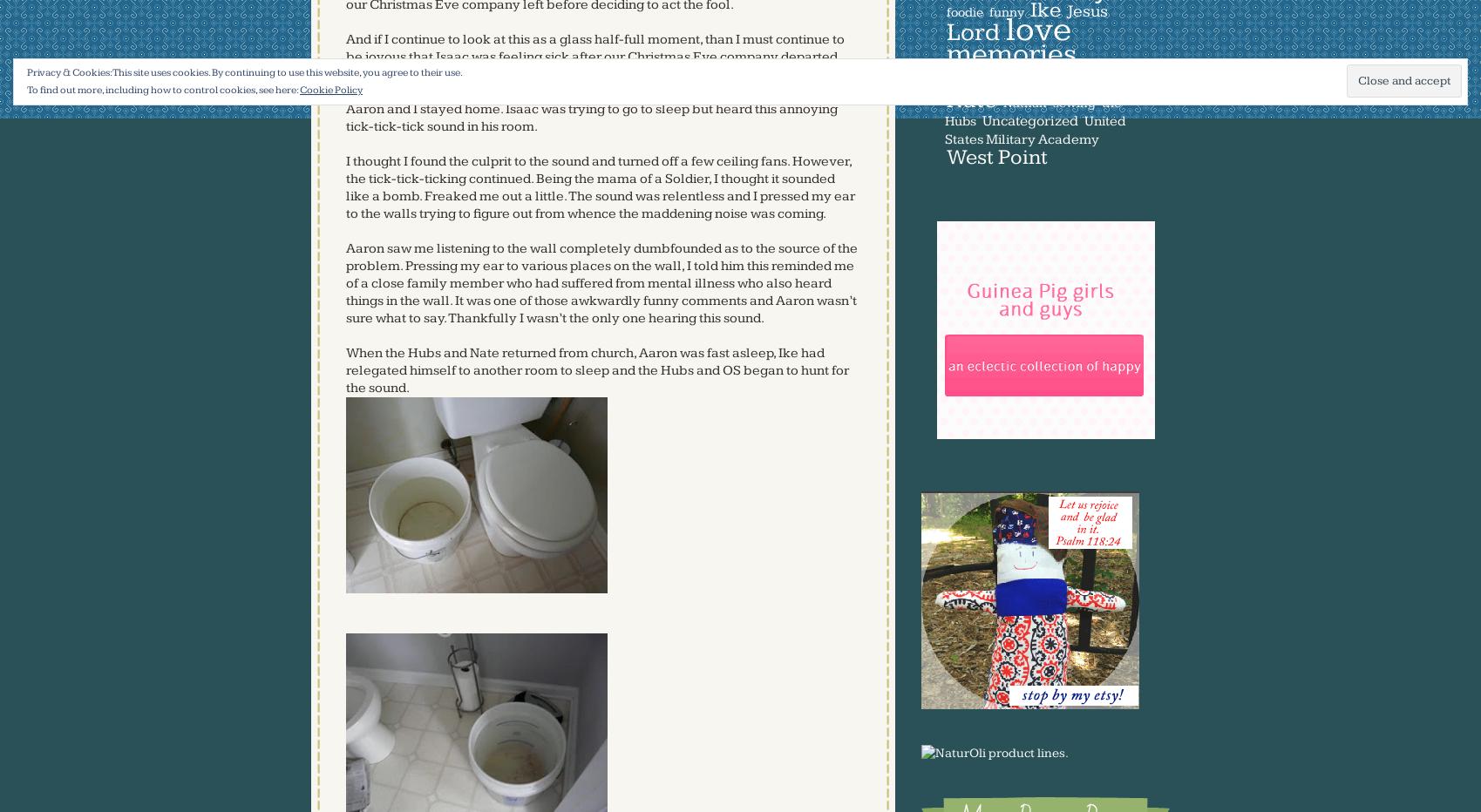 The image size is (1481, 812). I want to click on 'from church, Aaron was fast asleep, Ike had relegated himself to another room to sleep and the Hubs and OS began to hunt for the sound.', so click(596, 370).